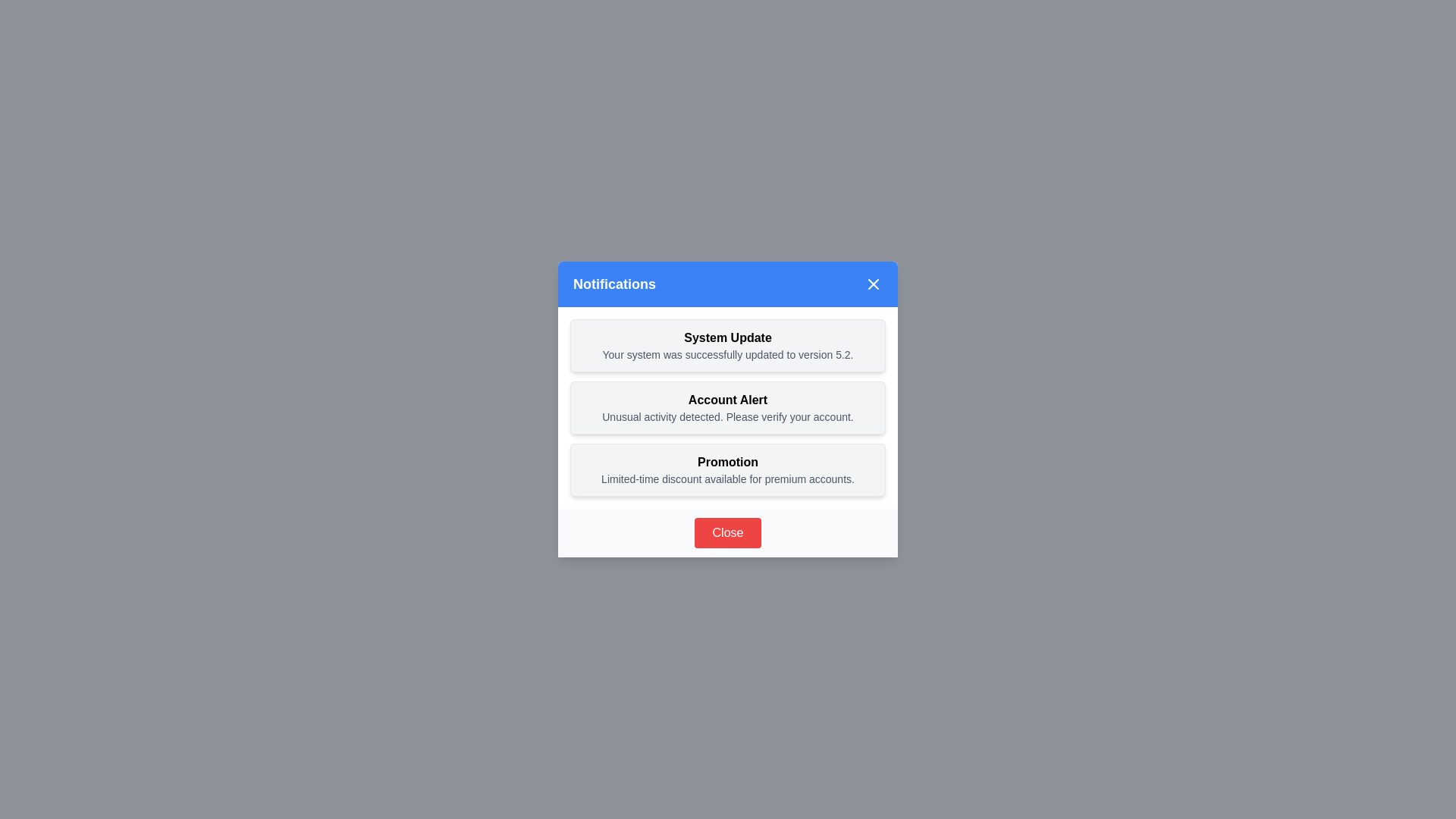 This screenshot has height=819, width=1456. I want to click on the Notification panel indicating the completion of a system update to version 5.2, so click(728, 345).